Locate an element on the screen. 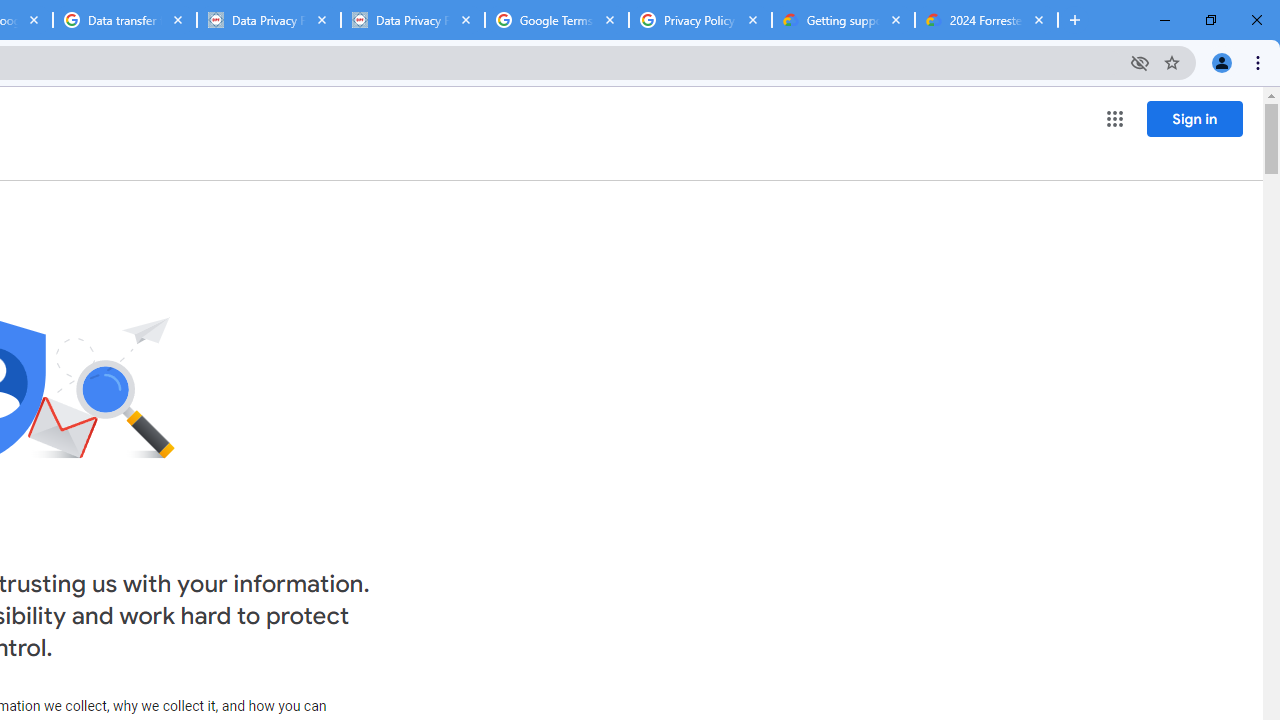  'Data Privacy Framework' is located at coordinates (411, 20).